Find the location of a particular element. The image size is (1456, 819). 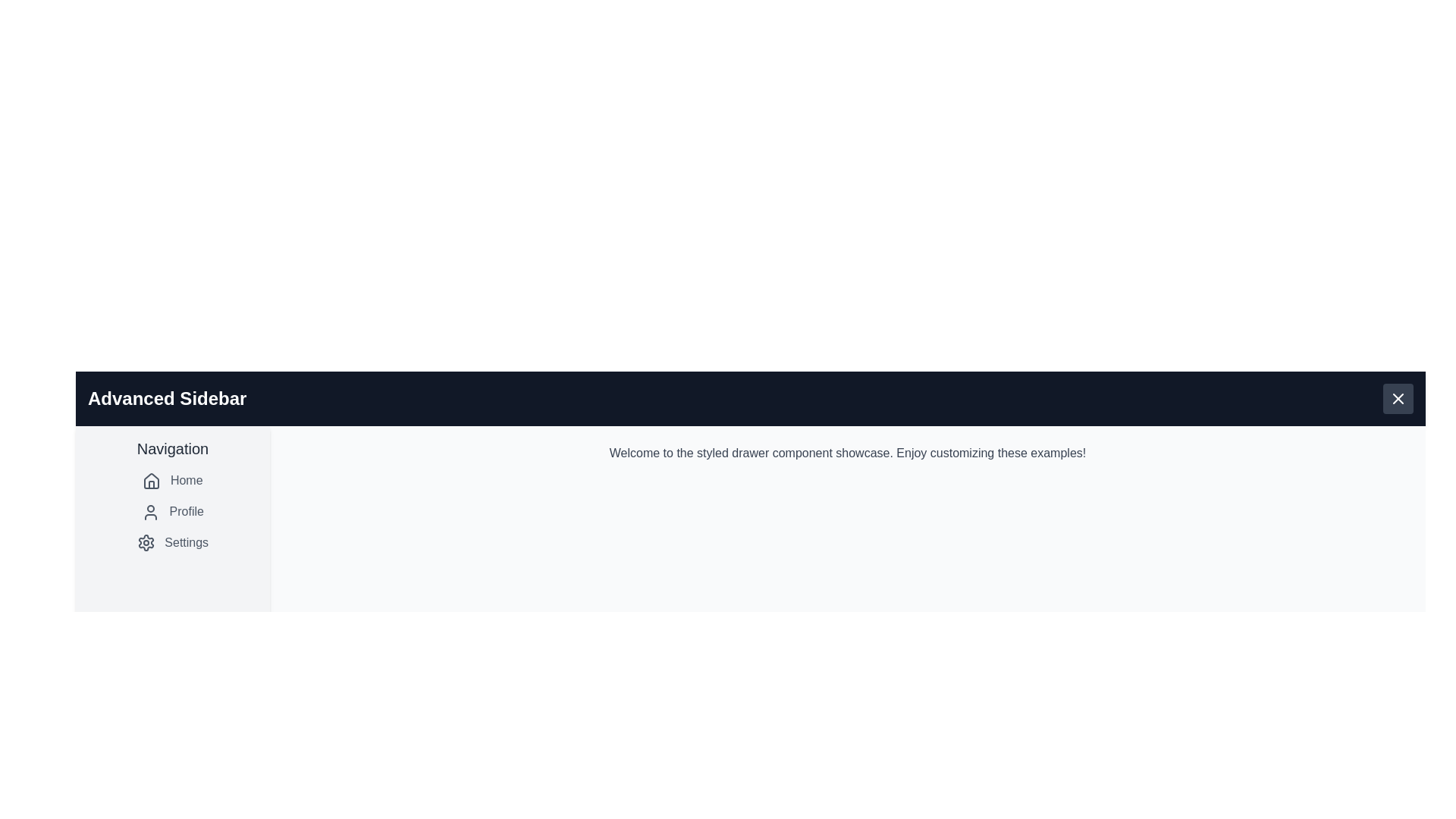

the settings icon located is located at coordinates (146, 542).